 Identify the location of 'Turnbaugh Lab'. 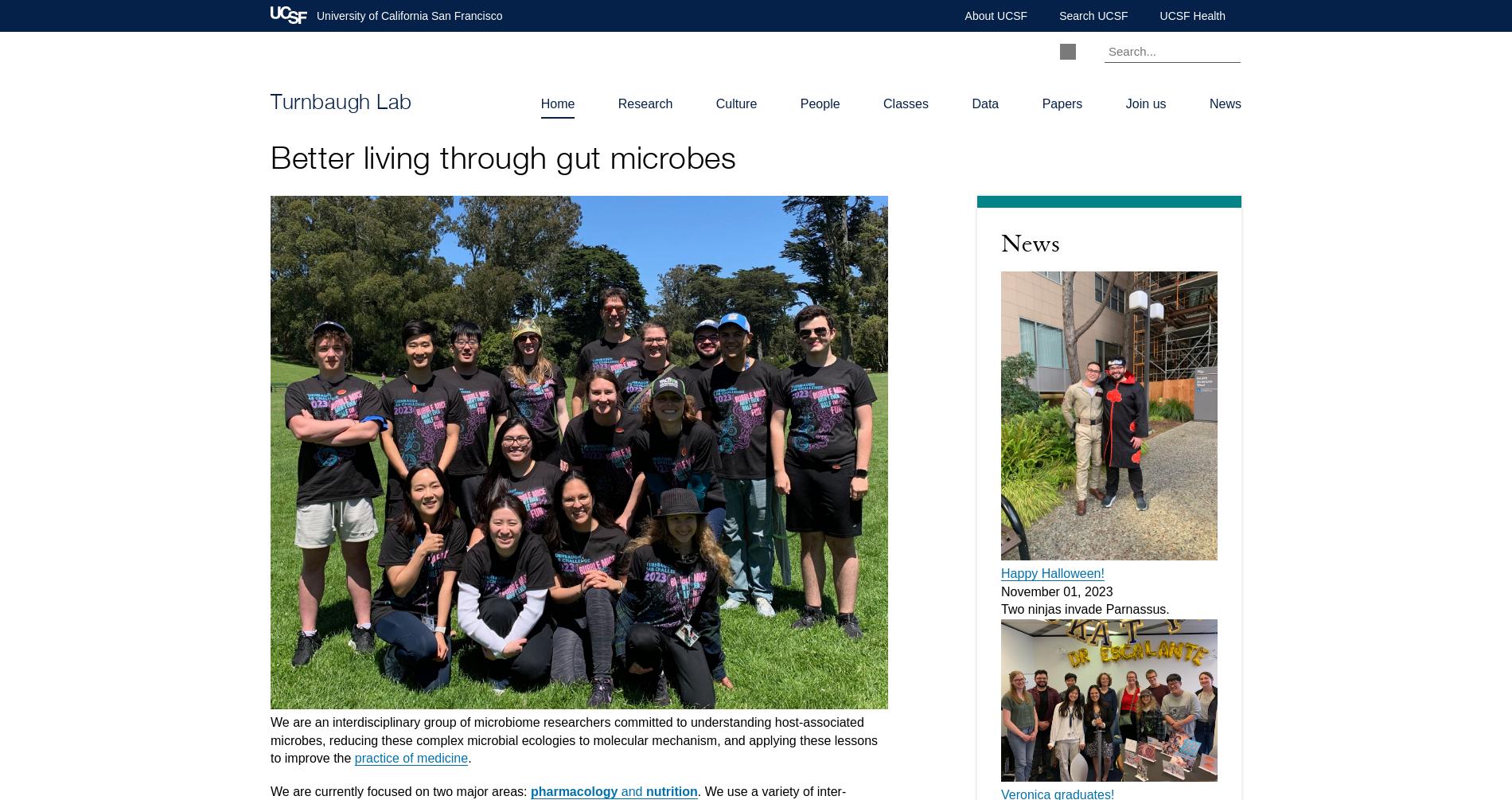
(340, 103).